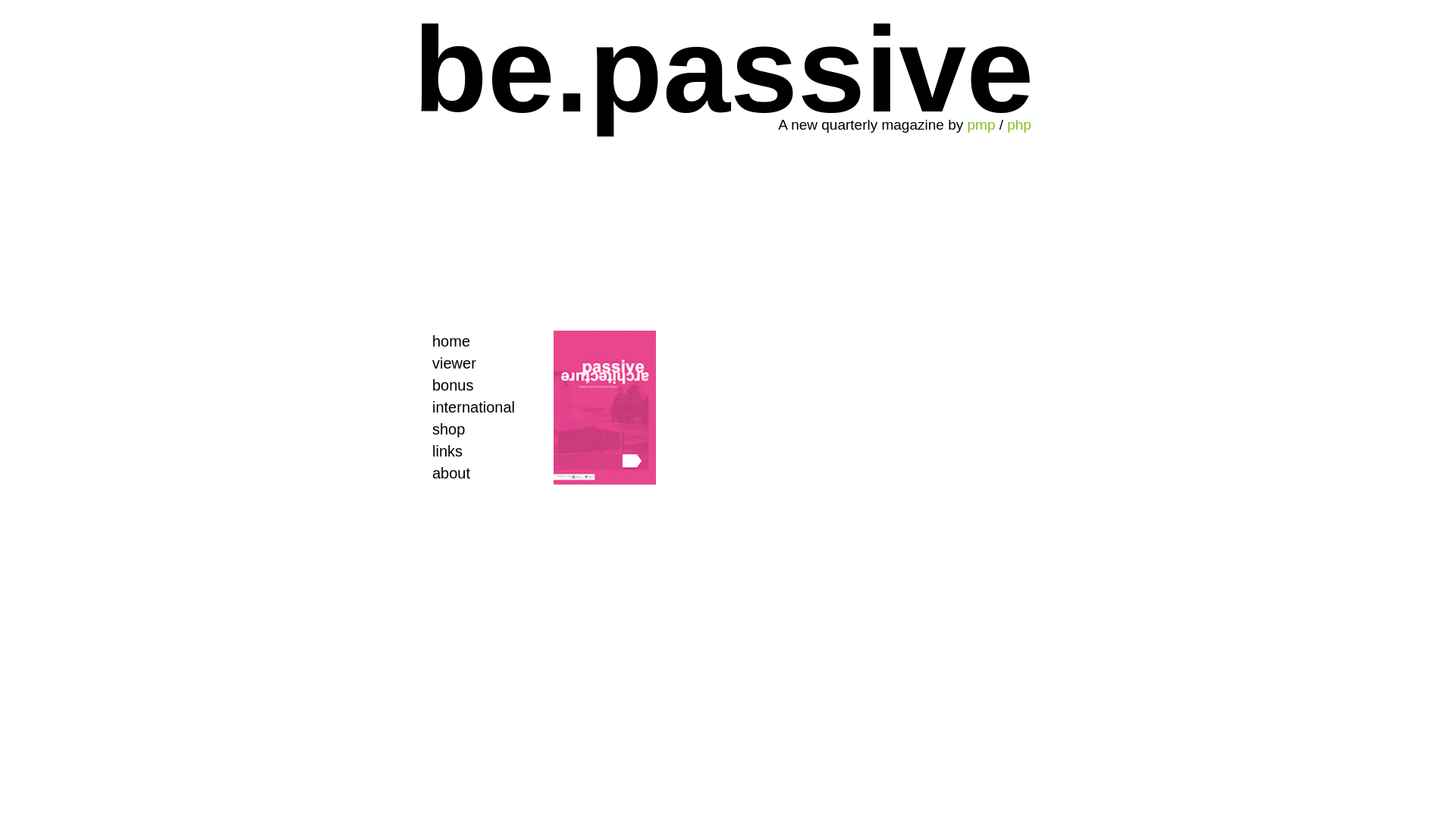  What do you see at coordinates (1019, 124) in the screenshot?
I see `'php'` at bounding box center [1019, 124].